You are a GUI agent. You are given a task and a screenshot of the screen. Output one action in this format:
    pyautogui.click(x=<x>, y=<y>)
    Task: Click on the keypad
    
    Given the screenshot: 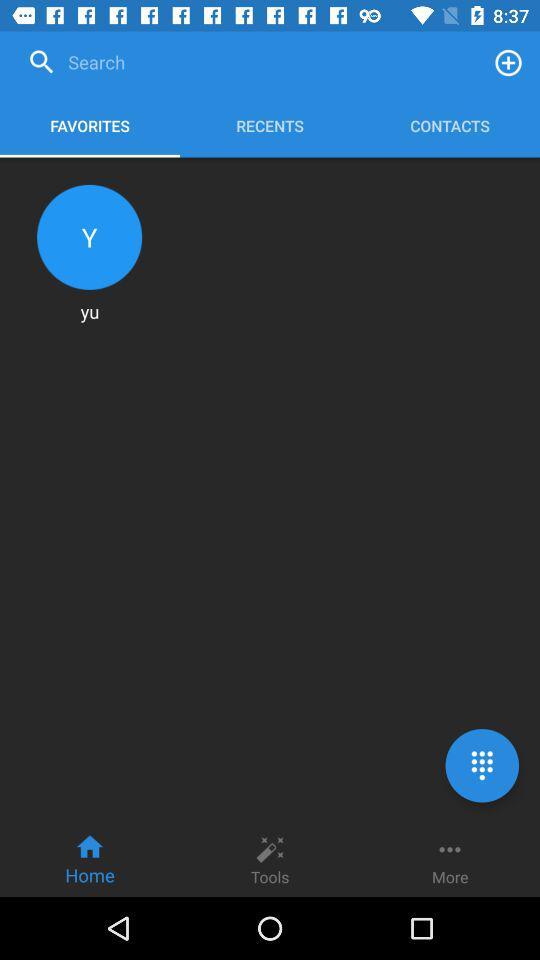 What is the action you would take?
    pyautogui.click(x=481, y=764)
    